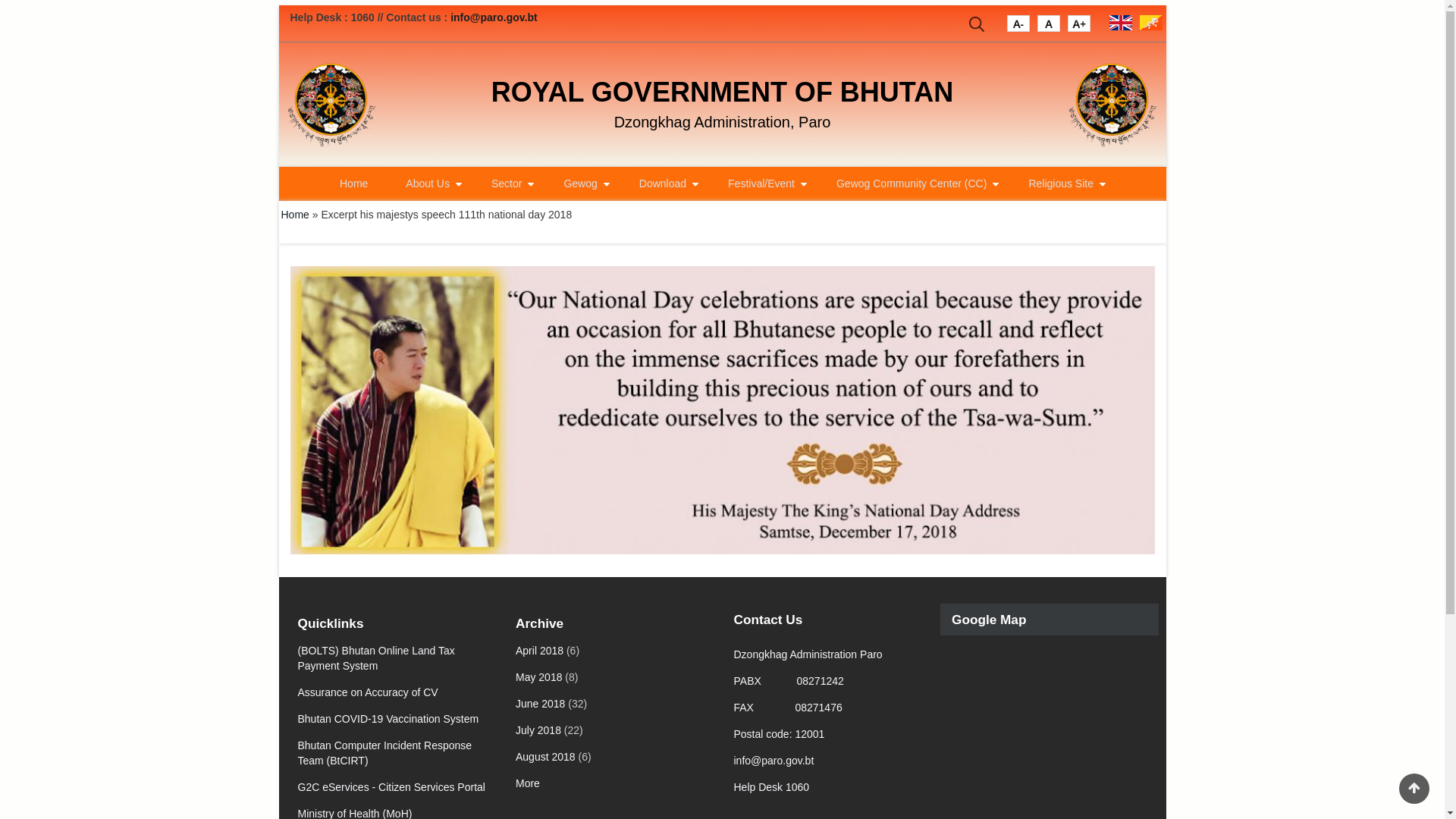 This screenshot has height=819, width=1456. What do you see at coordinates (976, 27) in the screenshot?
I see `'Search'` at bounding box center [976, 27].